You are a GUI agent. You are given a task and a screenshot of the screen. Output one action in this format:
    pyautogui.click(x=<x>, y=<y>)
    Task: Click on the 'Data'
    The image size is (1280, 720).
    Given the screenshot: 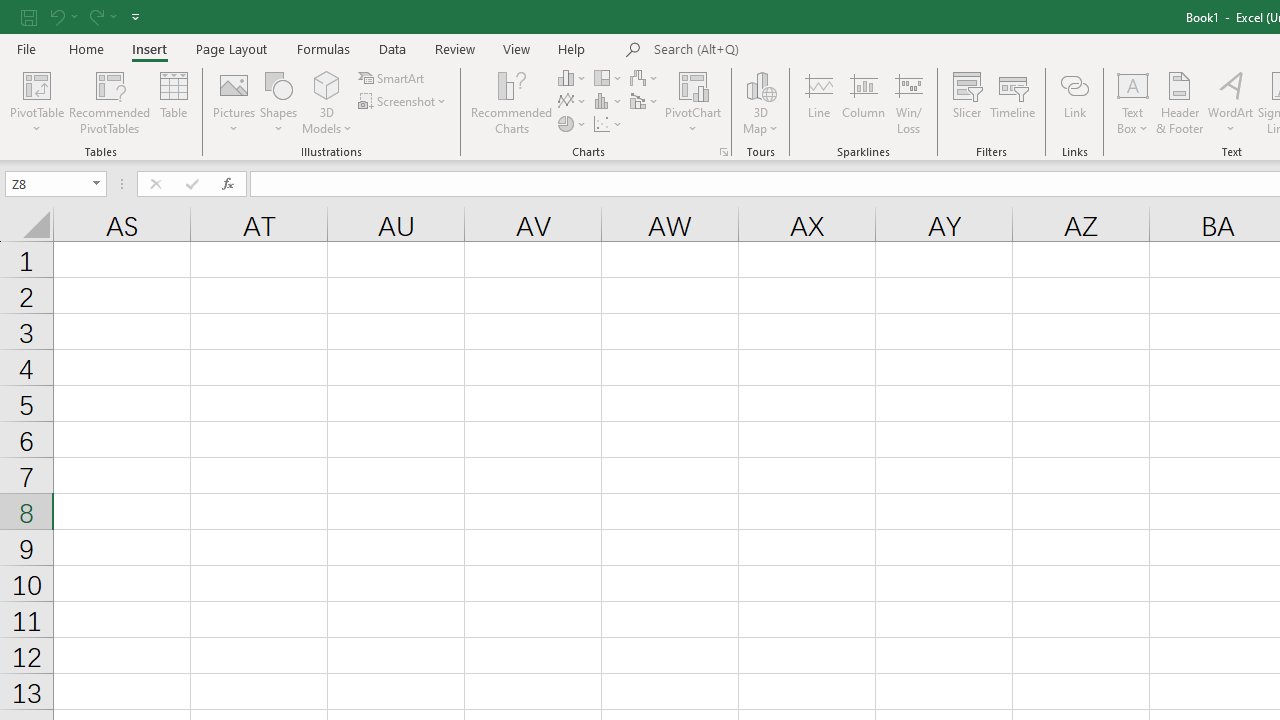 What is the action you would take?
    pyautogui.click(x=392, y=48)
    